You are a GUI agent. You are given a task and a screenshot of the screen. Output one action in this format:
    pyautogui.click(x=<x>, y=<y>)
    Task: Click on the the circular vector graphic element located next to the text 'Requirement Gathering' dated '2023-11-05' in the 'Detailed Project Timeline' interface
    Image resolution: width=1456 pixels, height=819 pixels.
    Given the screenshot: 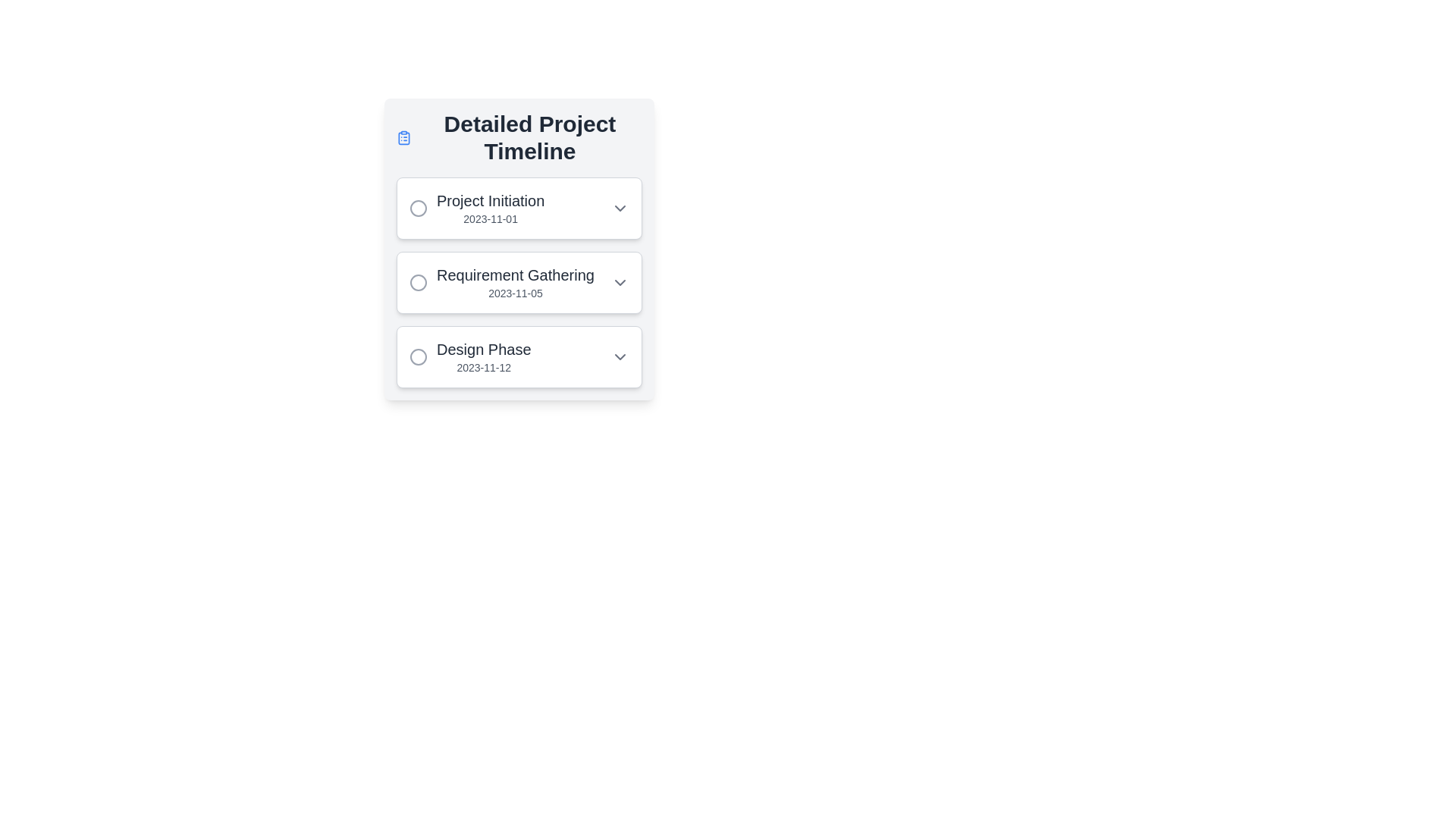 What is the action you would take?
    pyautogui.click(x=419, y=283)
    